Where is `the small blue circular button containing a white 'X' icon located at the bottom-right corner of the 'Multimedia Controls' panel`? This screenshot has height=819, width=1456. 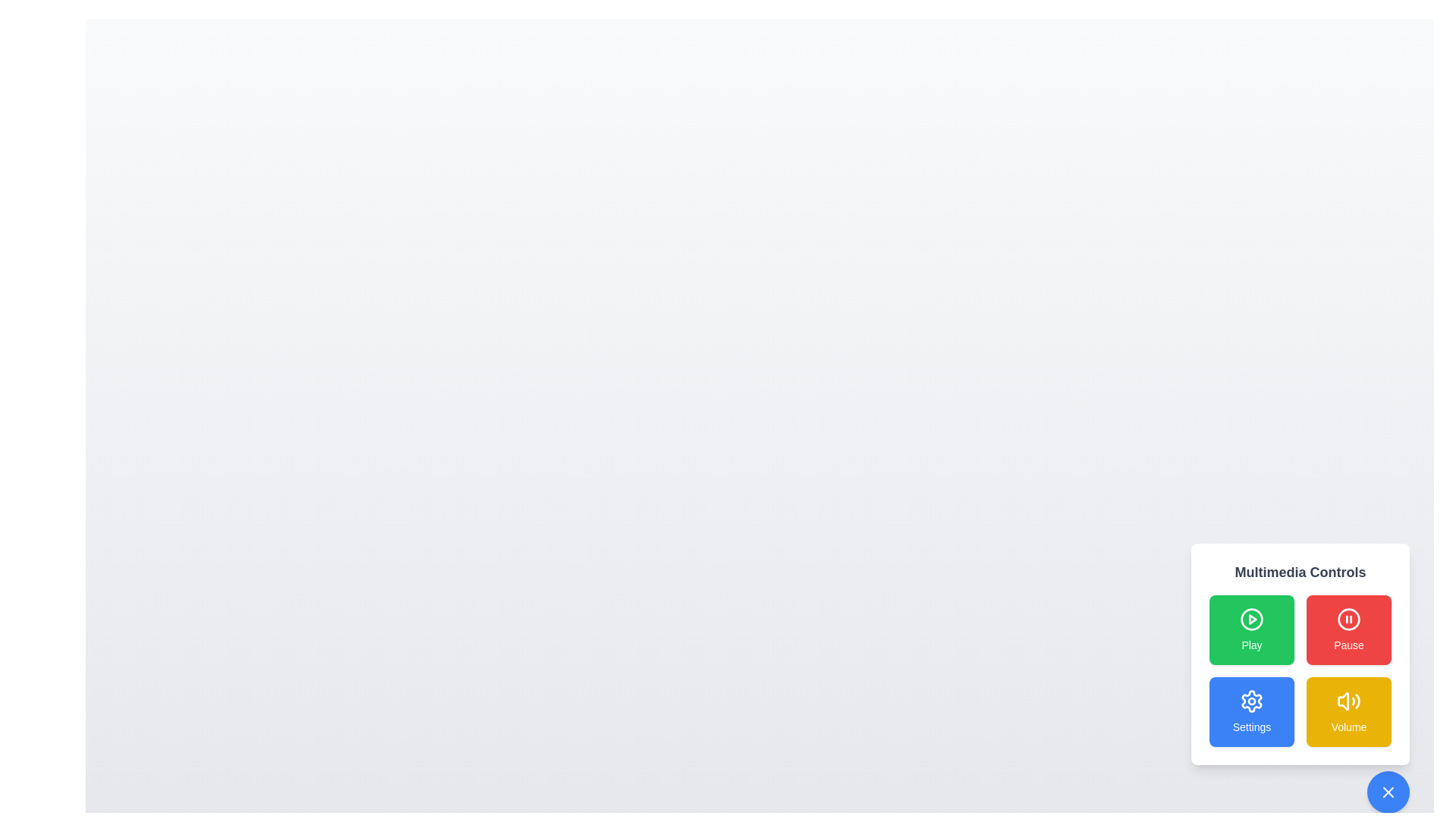
the small blue circular button containing a white 'X' icon located at the bottom-right corner of the 'Multimedia Controls' panel is located at coordinates (1388, 792).